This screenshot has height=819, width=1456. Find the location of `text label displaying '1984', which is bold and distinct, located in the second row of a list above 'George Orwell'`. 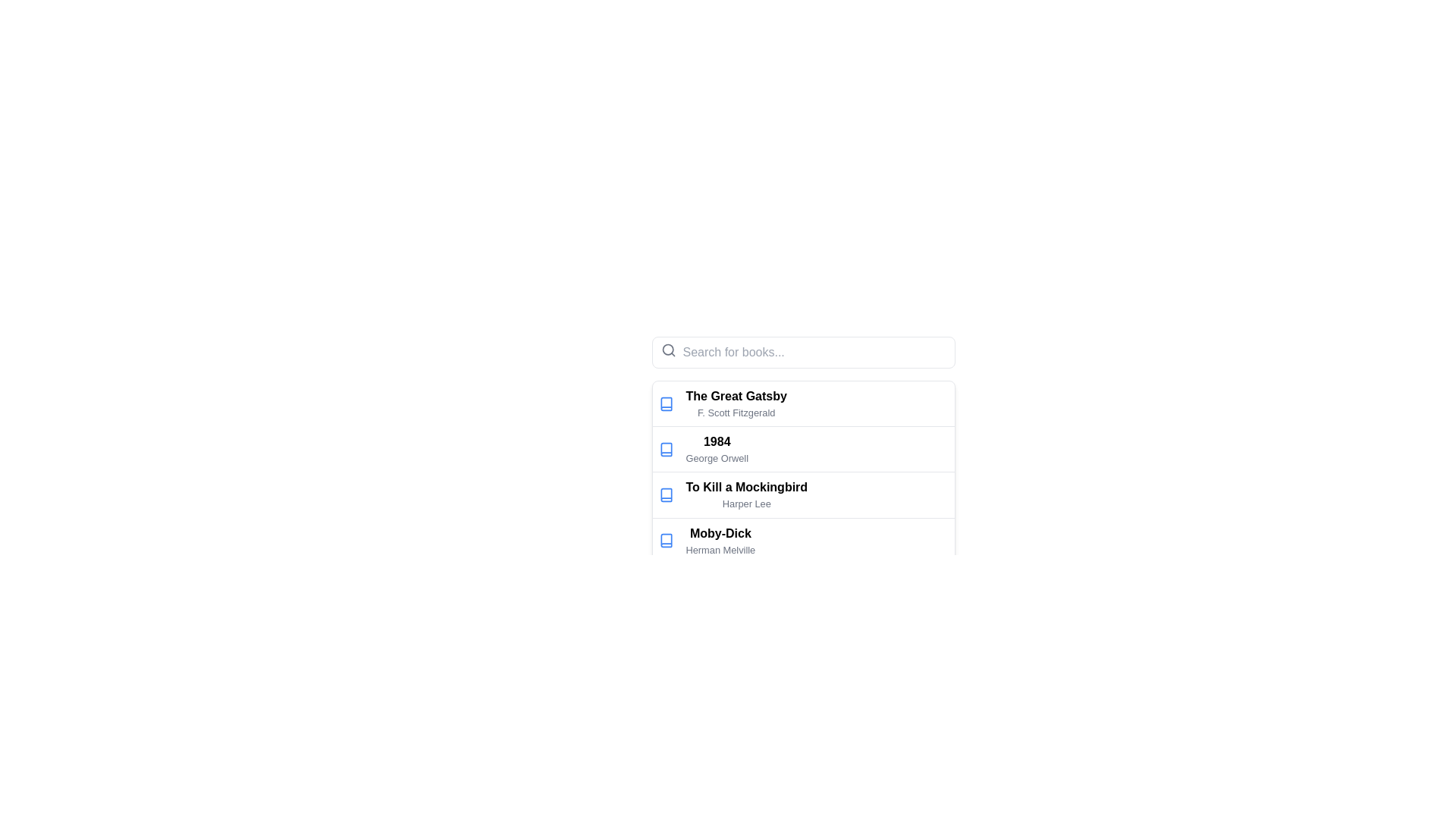

text label displaying '1984', which is bold and distinct, located in the second row of a list above 'George Orwell' is located at coordinates (716, 441).